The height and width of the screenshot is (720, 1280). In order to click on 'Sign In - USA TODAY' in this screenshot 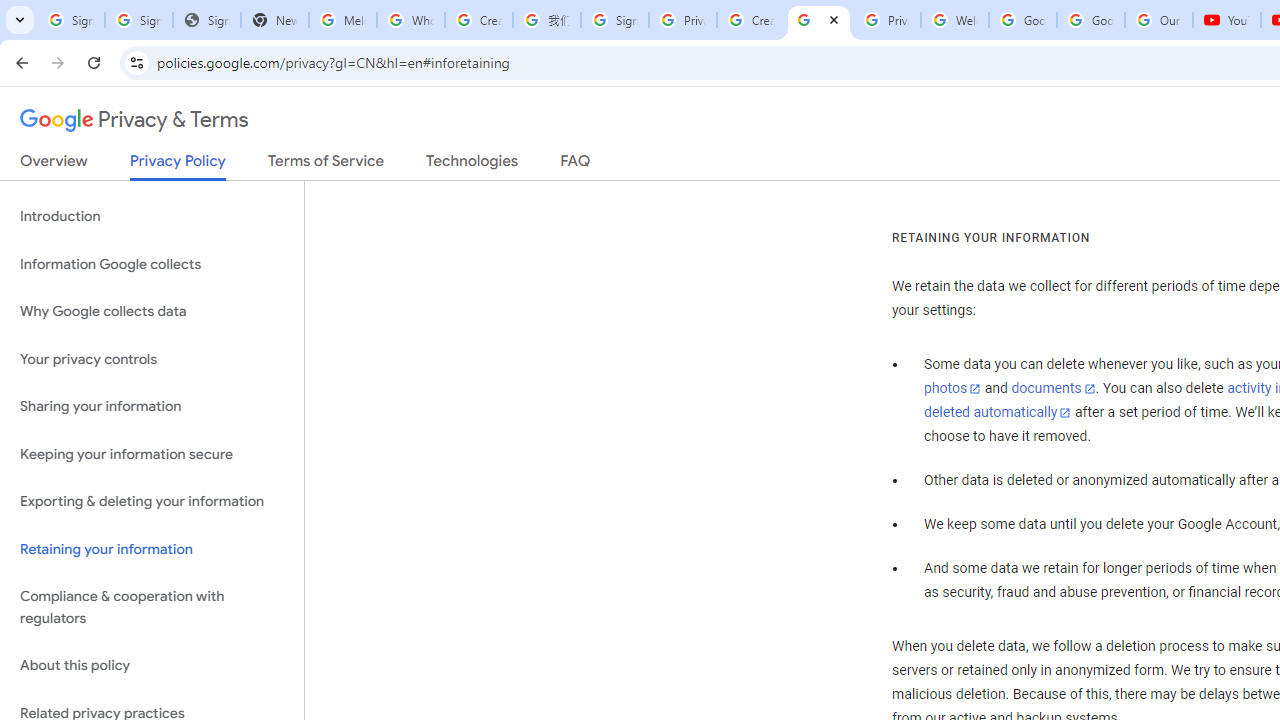, I will do `click(206, 20)`.